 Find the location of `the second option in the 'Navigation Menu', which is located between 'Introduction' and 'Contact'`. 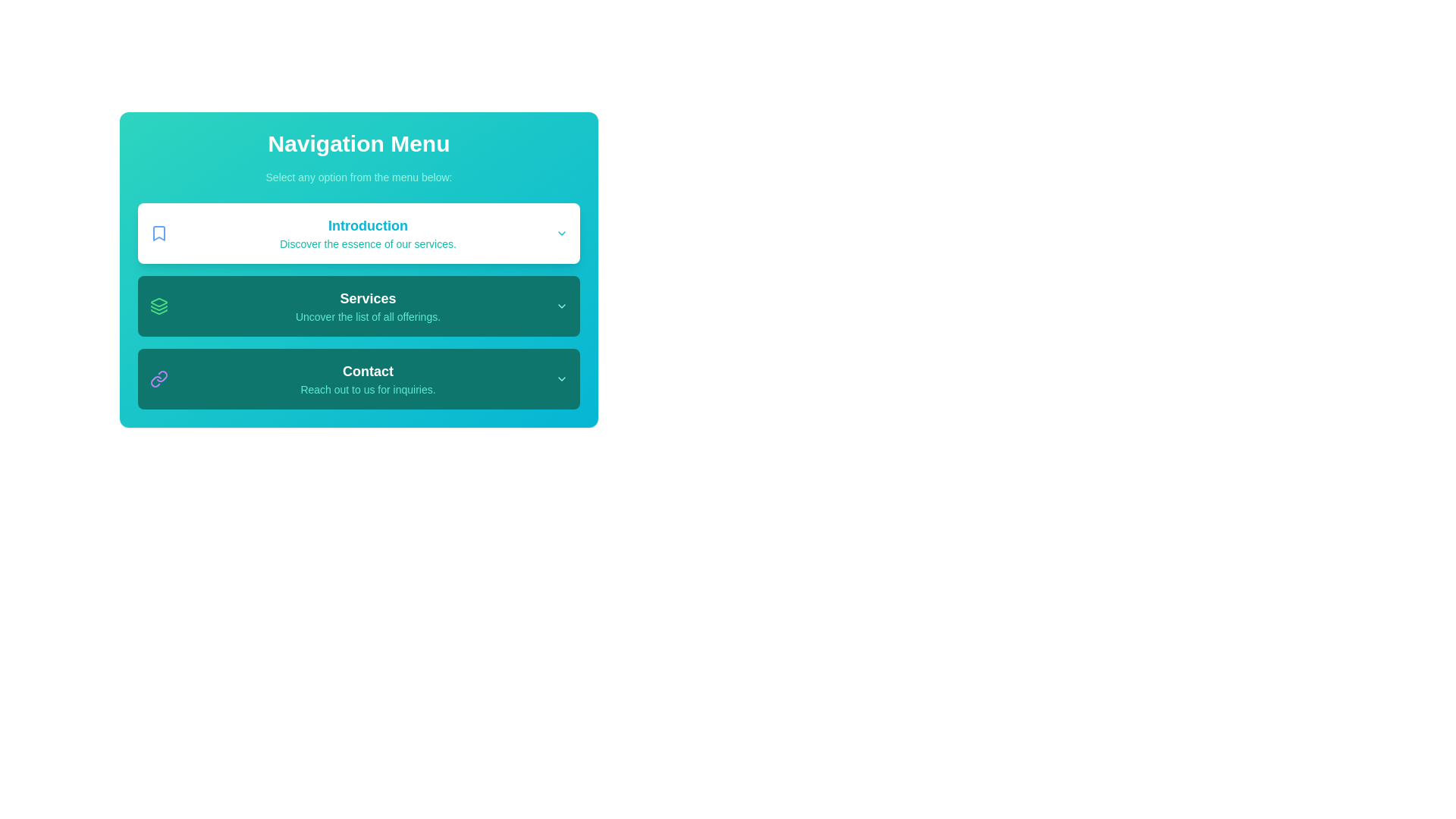

the second option in the 'Navigation Menu', which is located between 'Introduction' and 'Contact' is located at coordinates (358, 306).